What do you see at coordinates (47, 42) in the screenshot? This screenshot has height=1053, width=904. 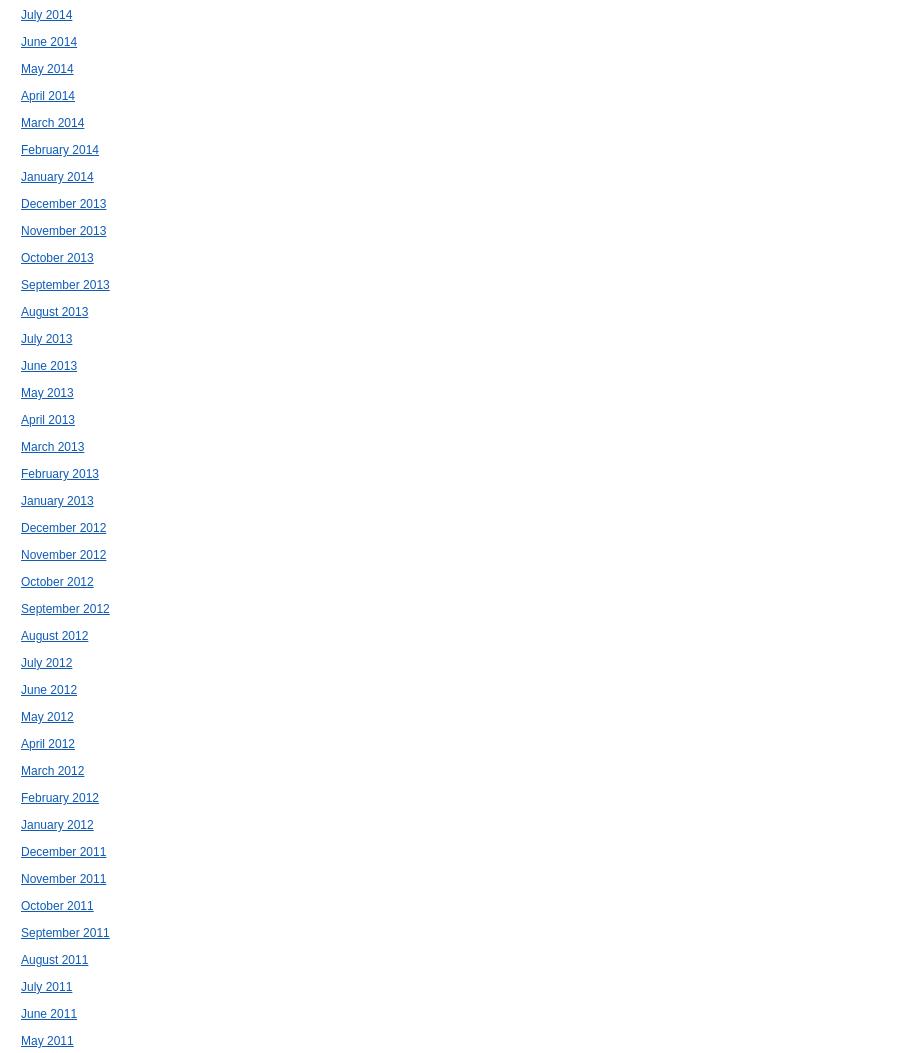 I see `'June 2014'` at bounding box center [47, 42].